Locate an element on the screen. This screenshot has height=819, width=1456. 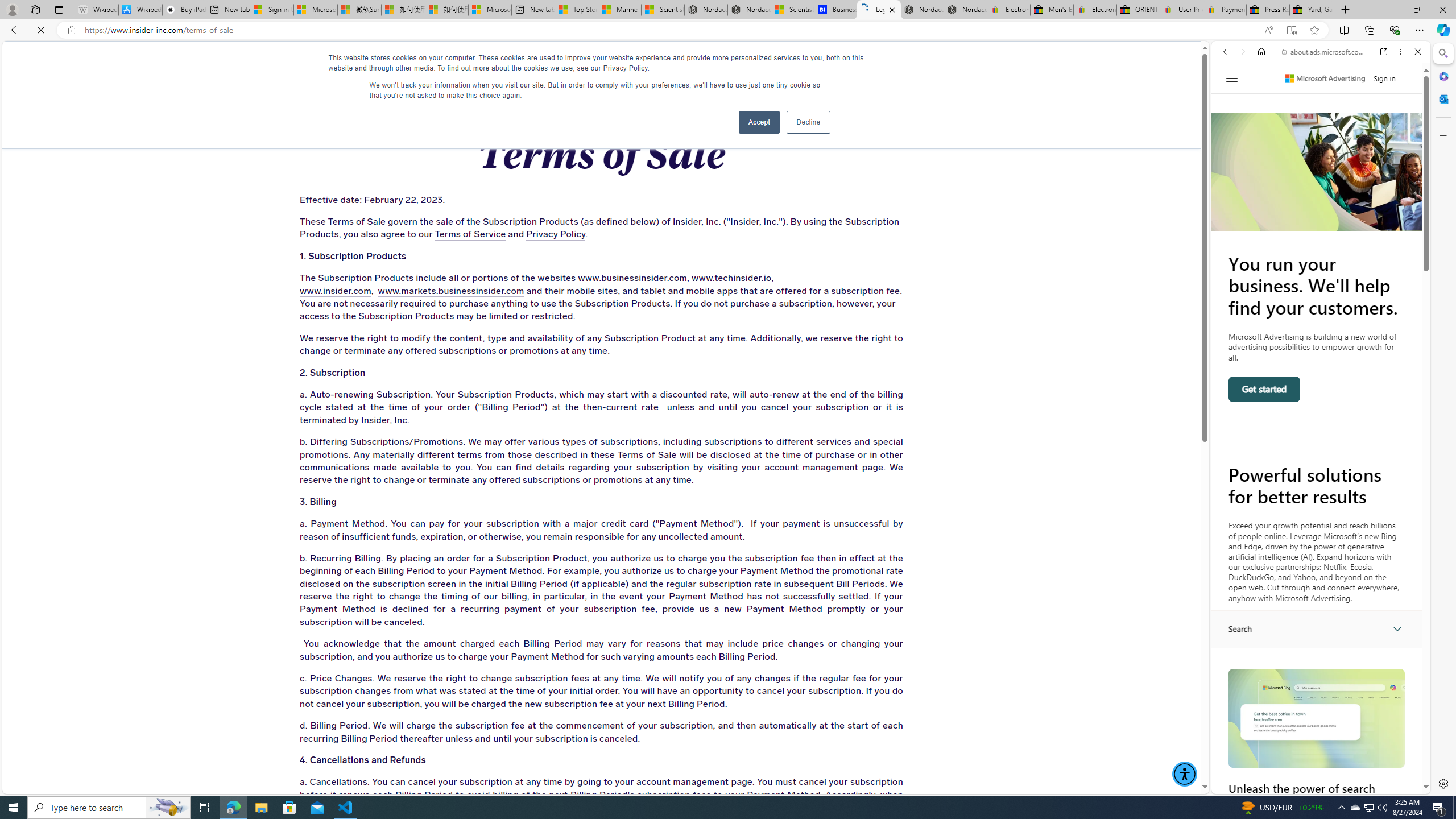
'AutomationID: search' is located at coordinates (1317, 628).